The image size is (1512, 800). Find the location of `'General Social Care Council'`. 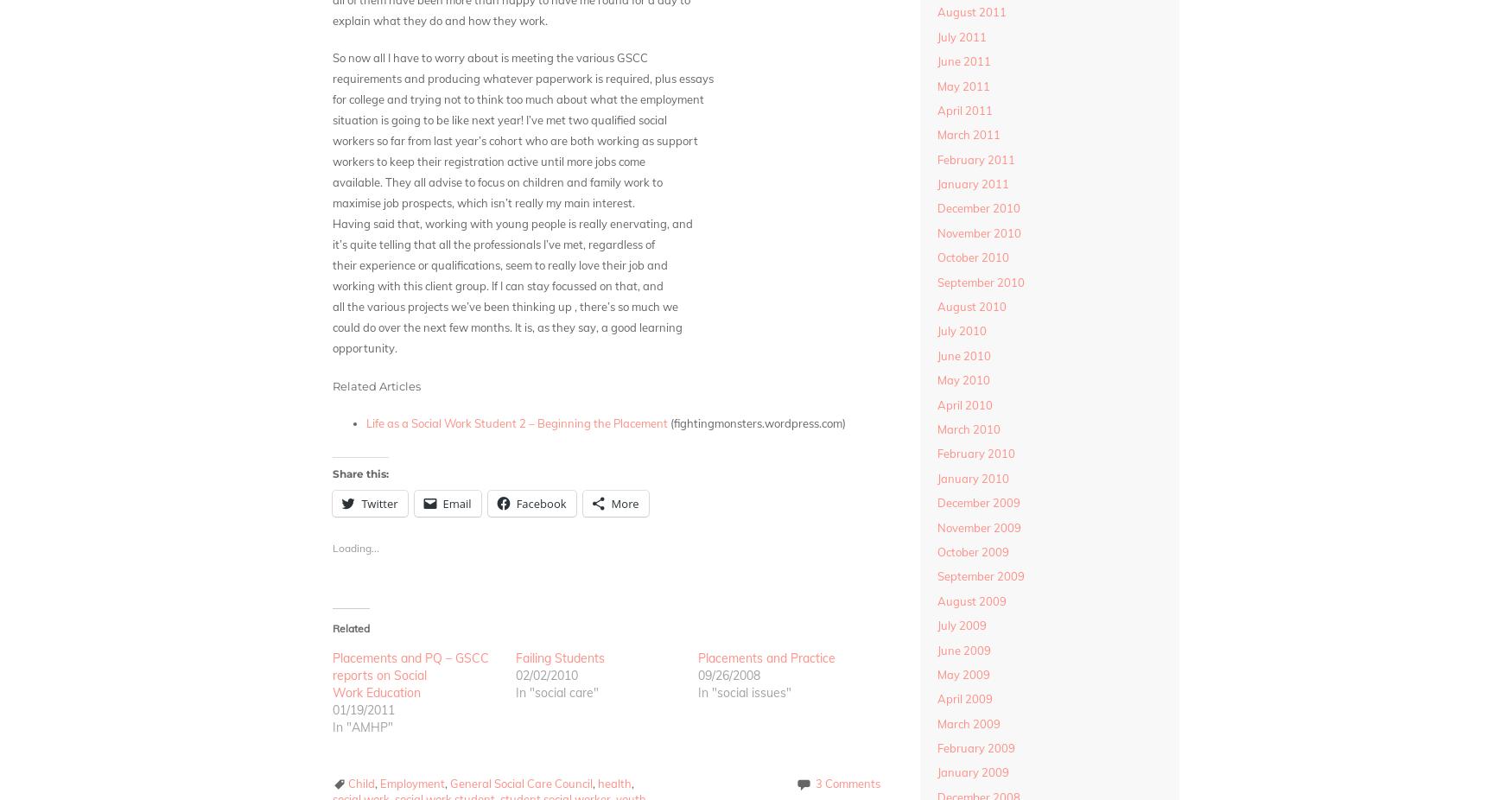

'General Social Care Council' is located at coordinates (521, 784).